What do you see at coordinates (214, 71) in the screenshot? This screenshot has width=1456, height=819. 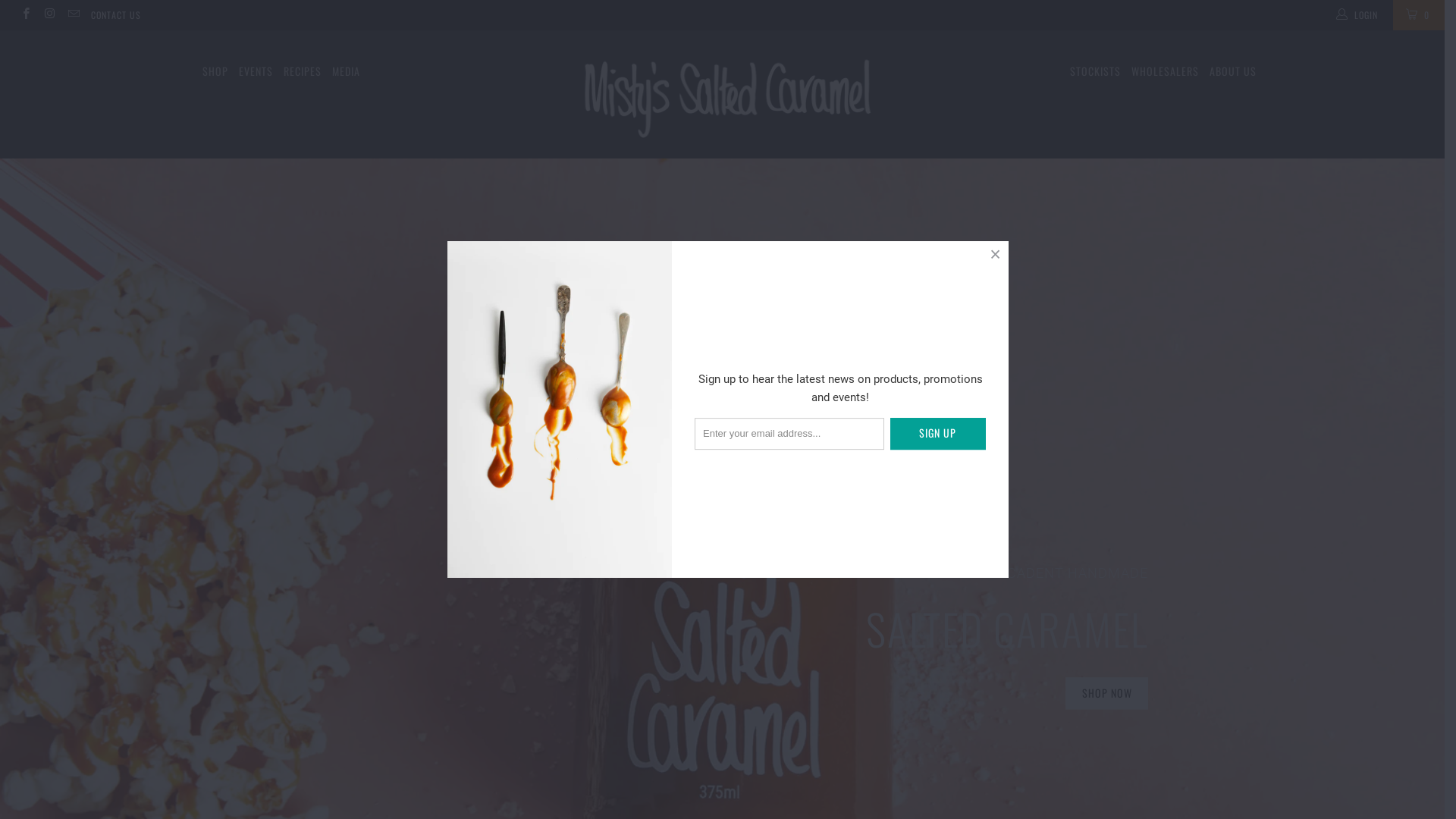 I see `'SHOP'` at bounding box center [214, 71].